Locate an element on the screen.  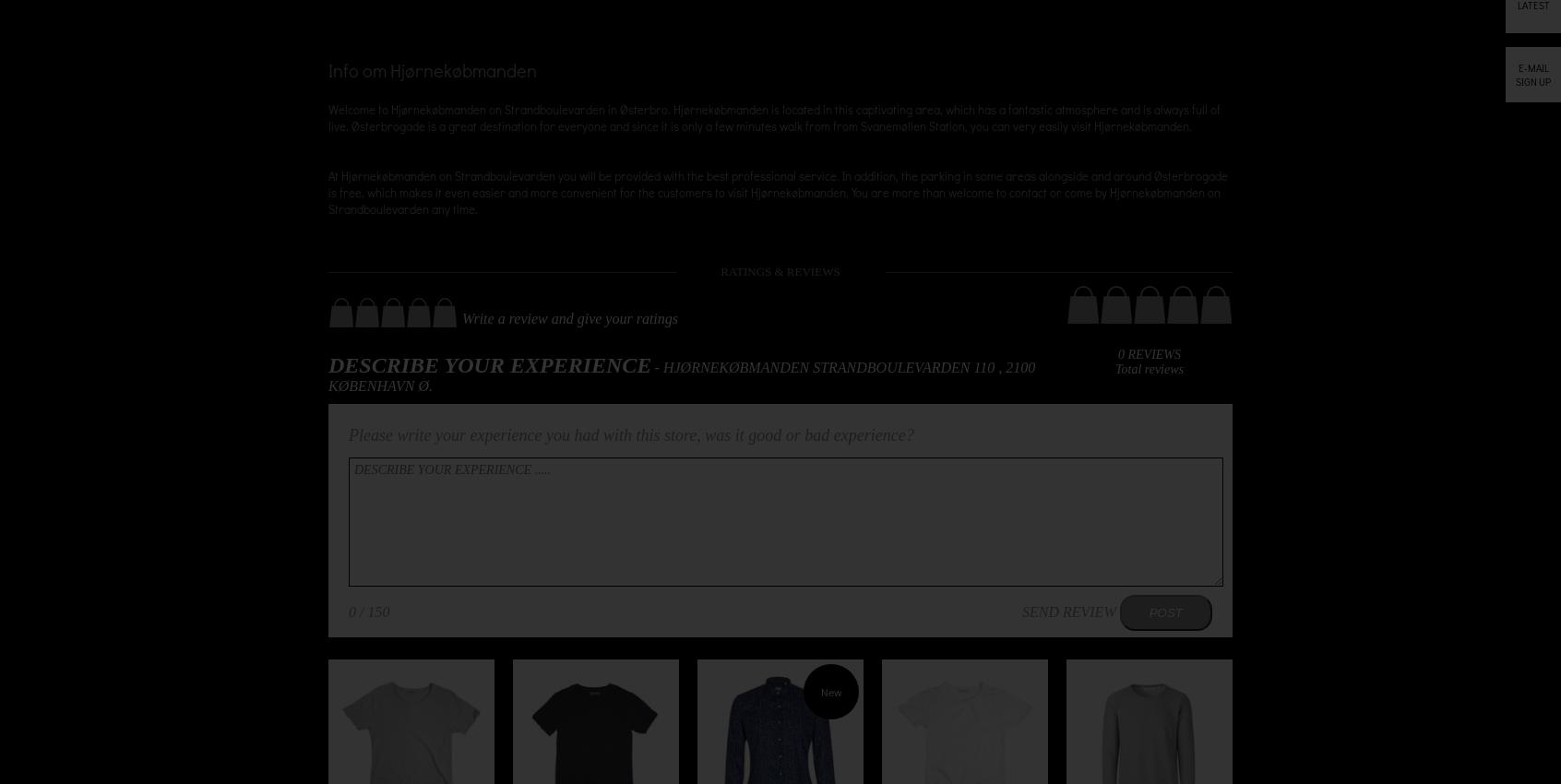
'0 REVIEWS' is located at coordinates (1149, 354).